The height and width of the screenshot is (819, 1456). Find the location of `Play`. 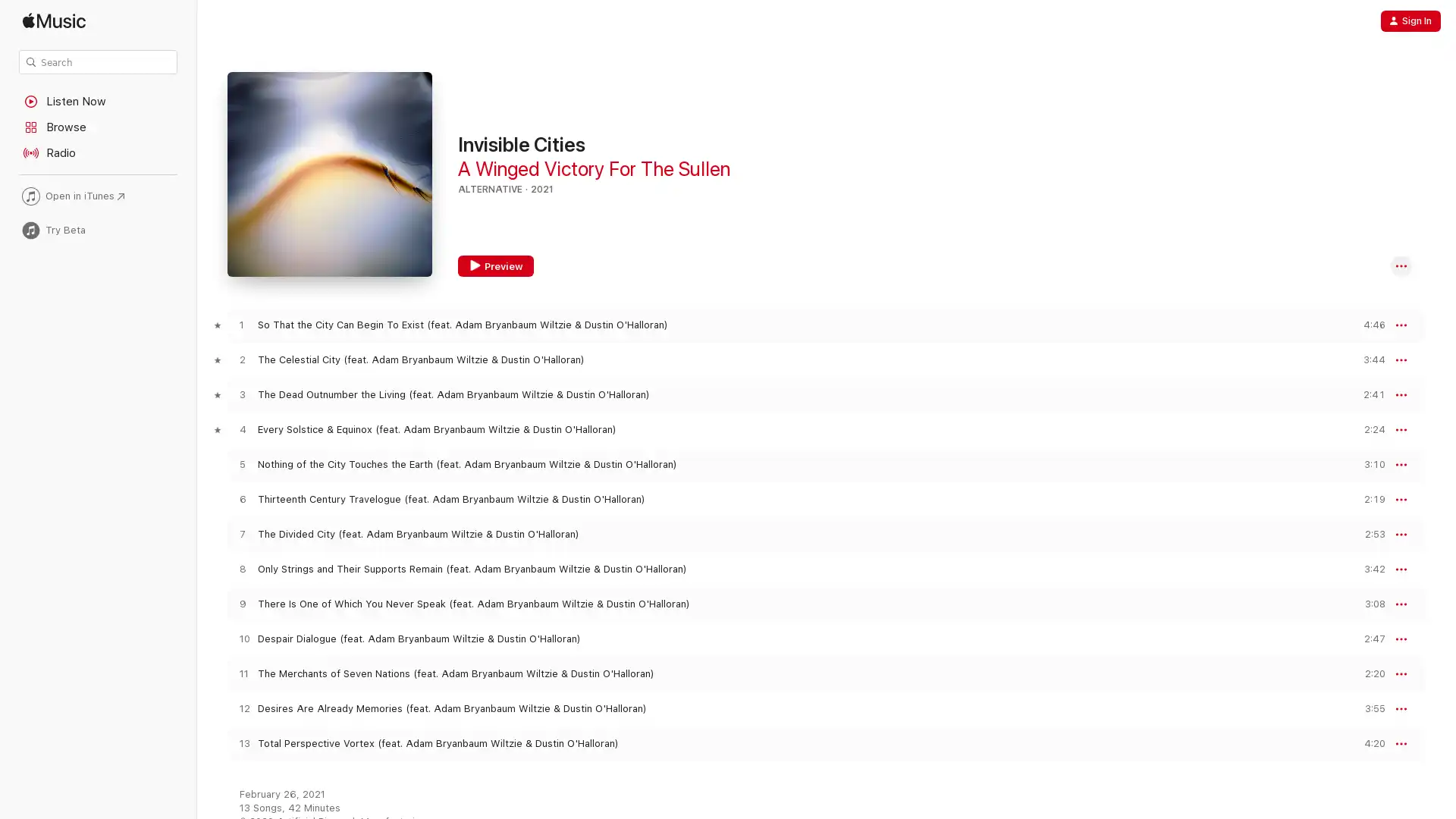

Play is located at coordinates (241, 533).